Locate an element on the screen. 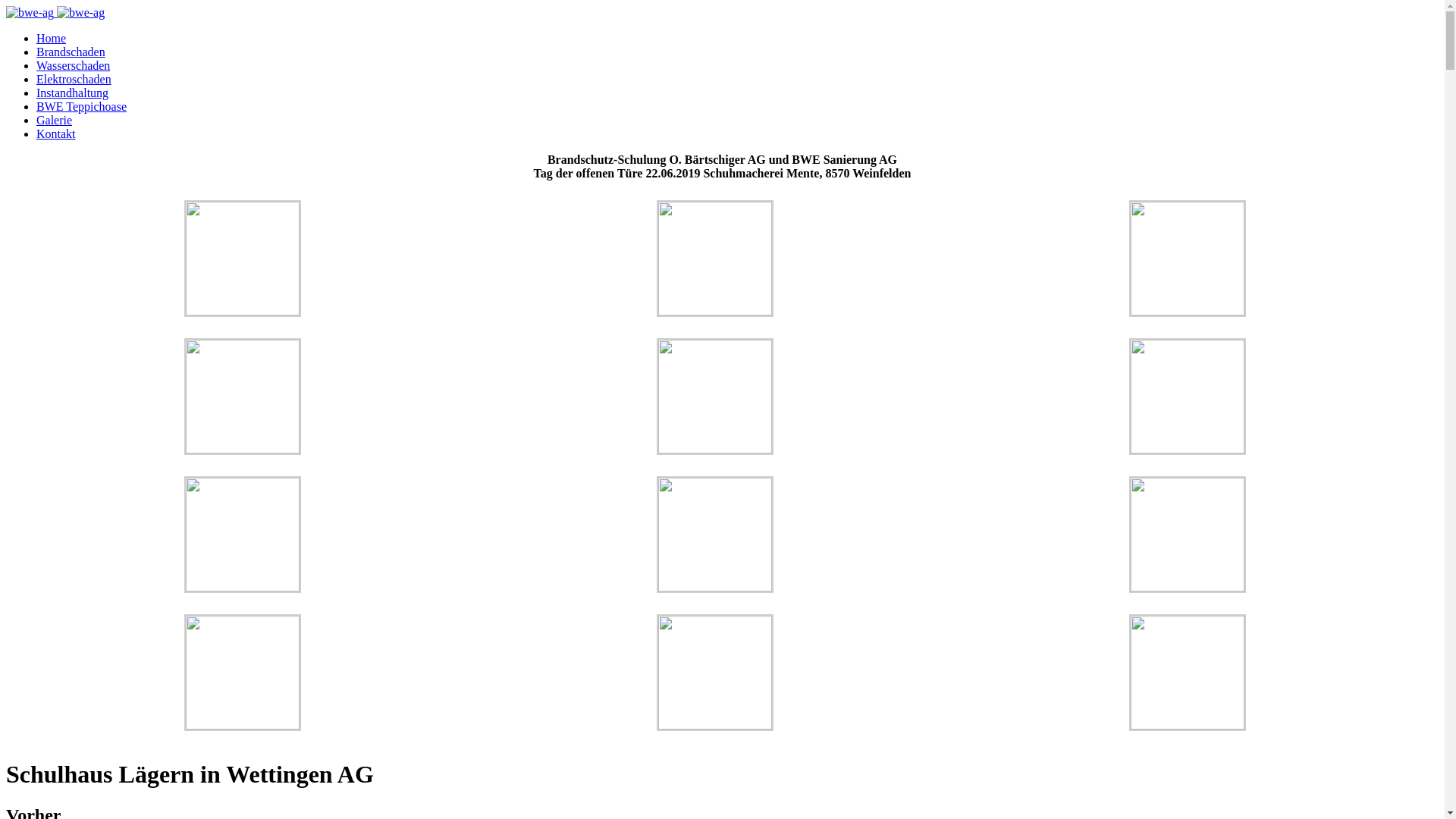 This screenshot has height=819, width=1456. 'Instandhaltung' is located at coordinates (71, 93).